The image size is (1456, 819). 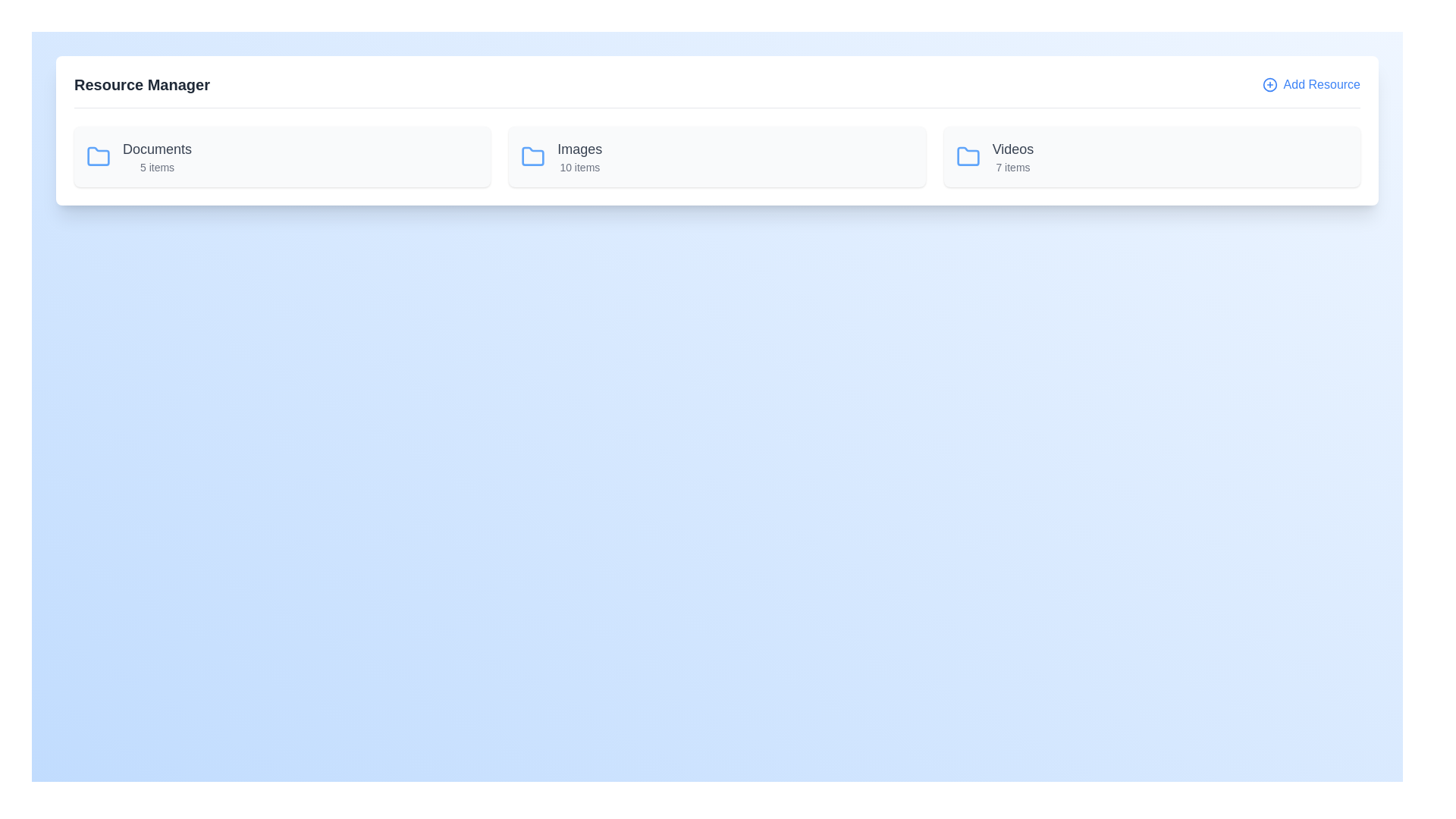 I want to click on the static text label that serves as the title for the folder labeled 'Documents' in the Resource Manager interface, so click(x=157, y=149).